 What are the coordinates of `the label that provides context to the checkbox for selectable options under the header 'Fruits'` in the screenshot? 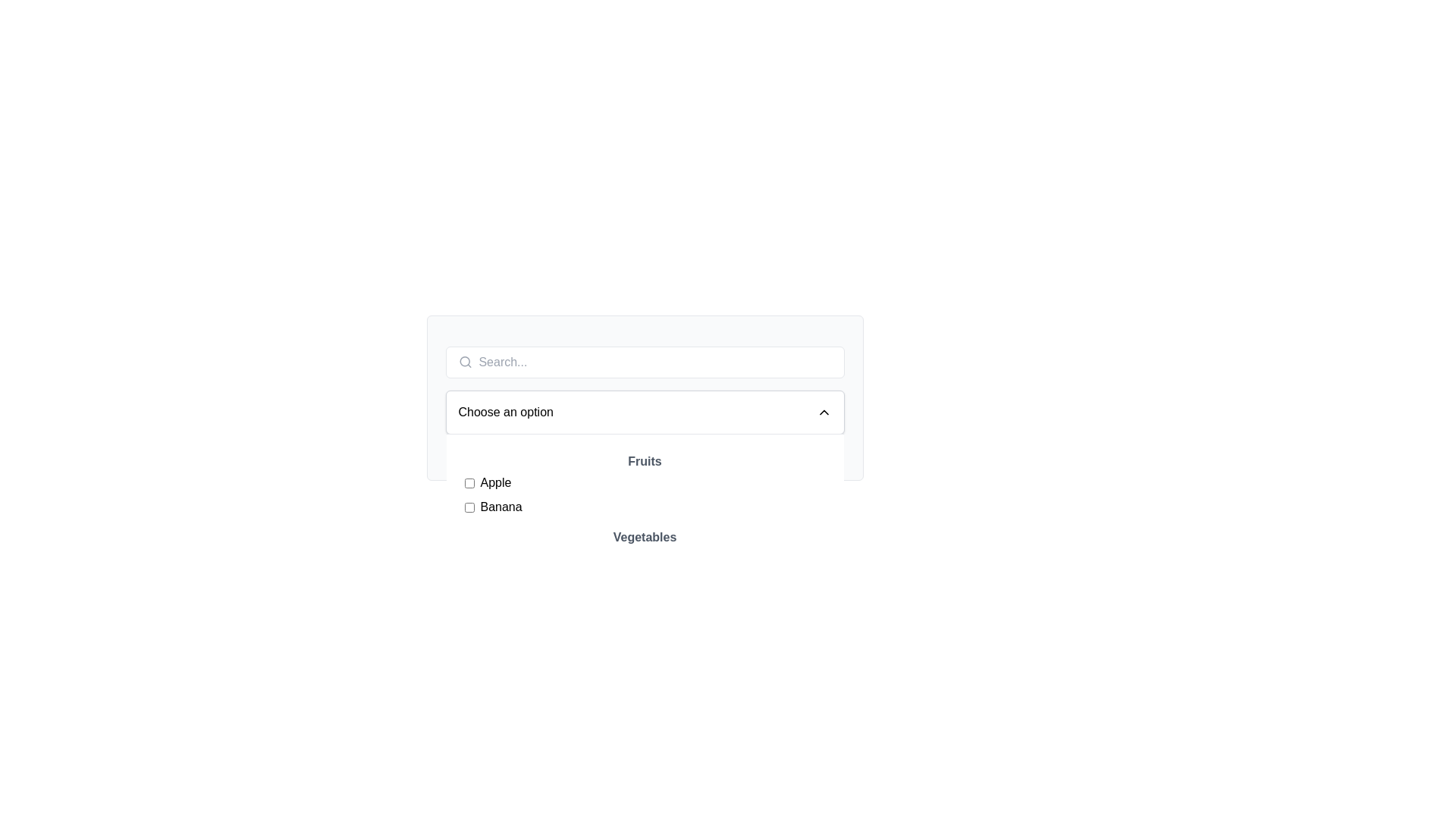 It's located at (495, 482).